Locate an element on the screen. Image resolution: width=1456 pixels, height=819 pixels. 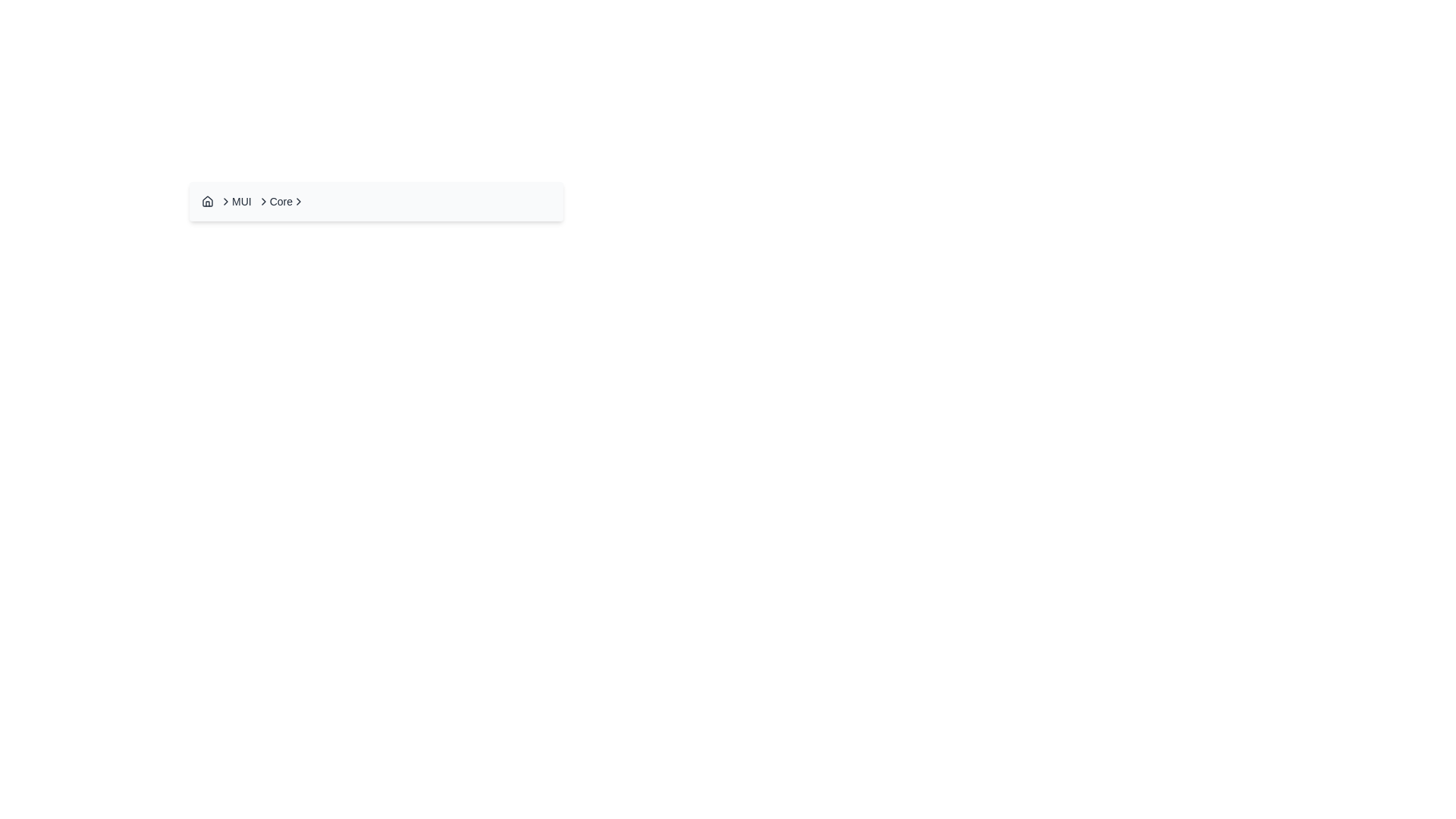
the breadcrumb text label that indicates the current navigational step in the hierarchy is located at coordinates (244, 201).